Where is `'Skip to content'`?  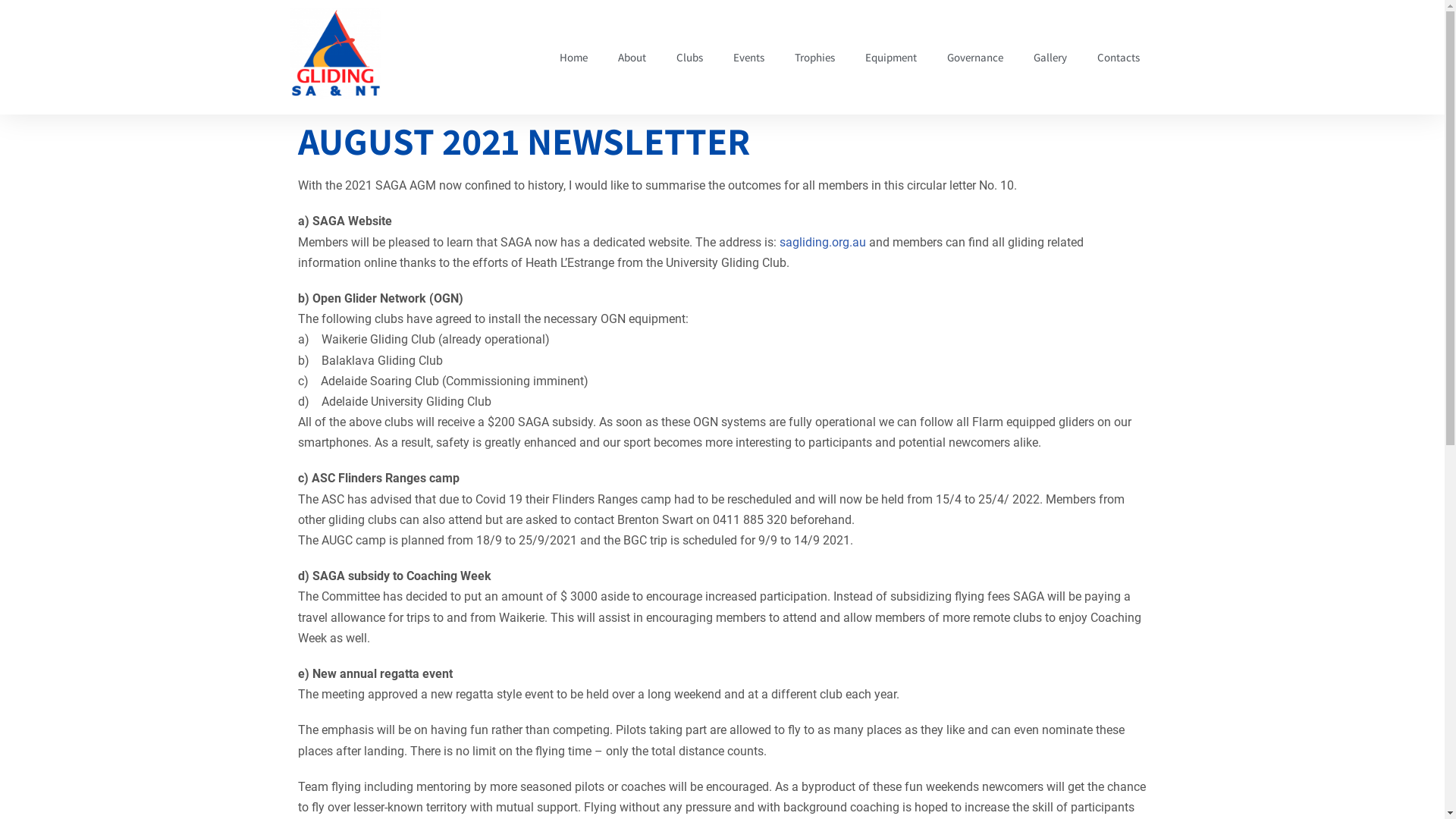 'Skip to content' is located at coordinates (11, 32).